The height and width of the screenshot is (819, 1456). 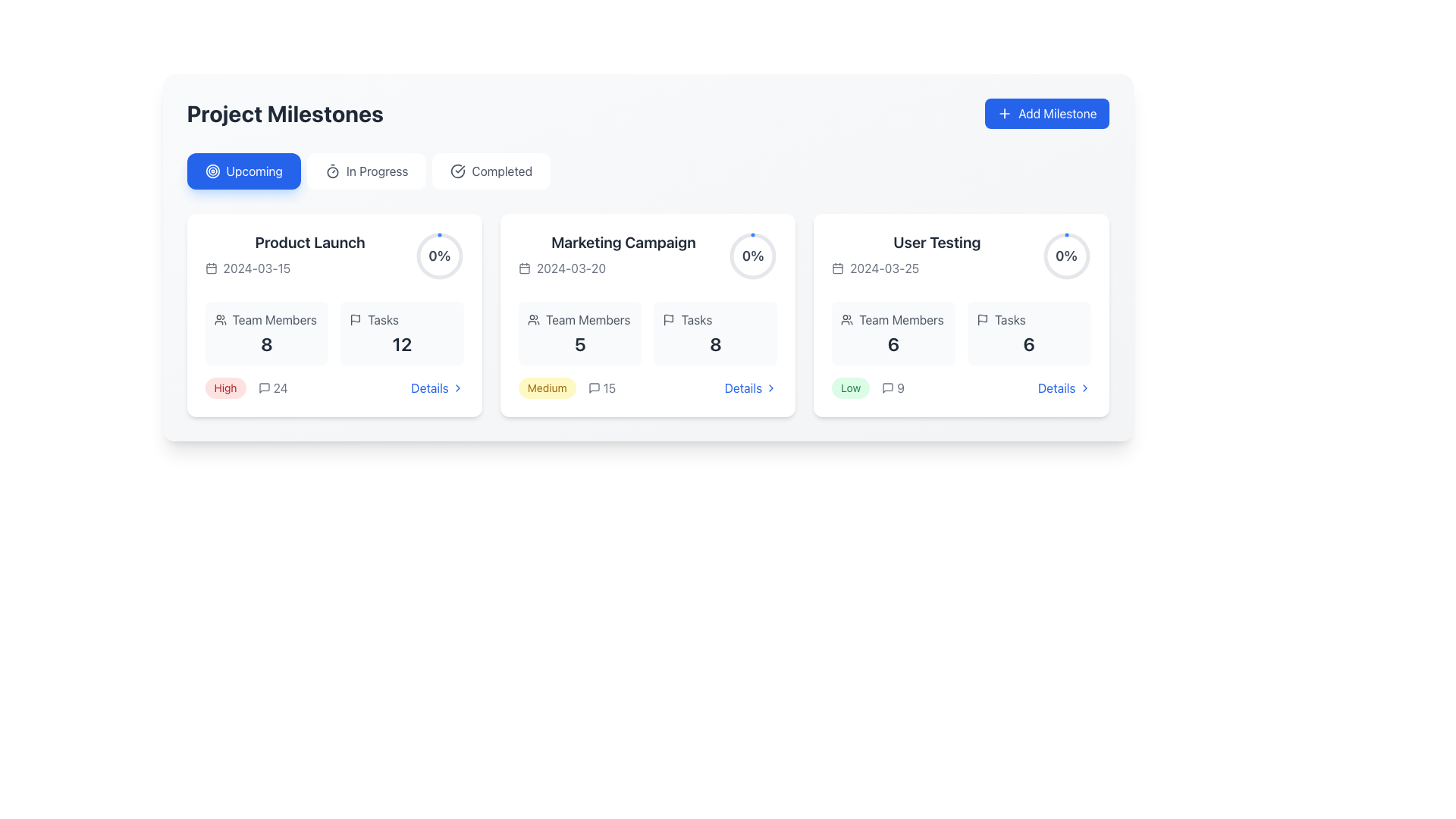 What do you see at coordinates (524, 268) in the screenshot?
I see `the calendar icon located to the left of the text '2024-03-20' in the marketing campaign card, which is represented in an outlined style with a rectangular base and rounded edges` at bounding box center [524, 268].